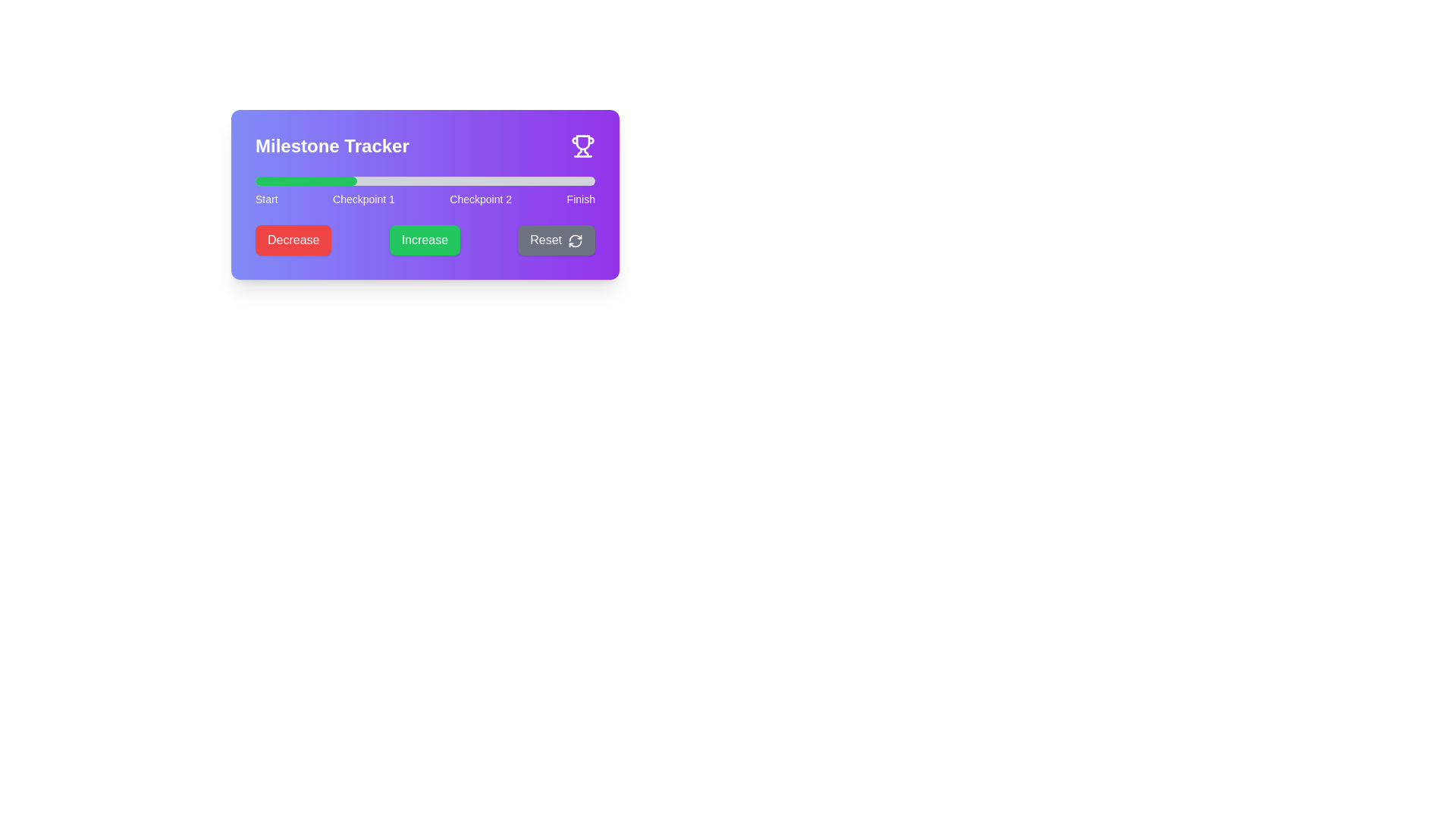 This screenshot has width=1456, height=819. What do you see at coordinates (574, 239) in the screenshot?
I see `the refresh icon, which features a circular arrow design and is located next to the 'Reset' button` at bounding box center [574, 239].